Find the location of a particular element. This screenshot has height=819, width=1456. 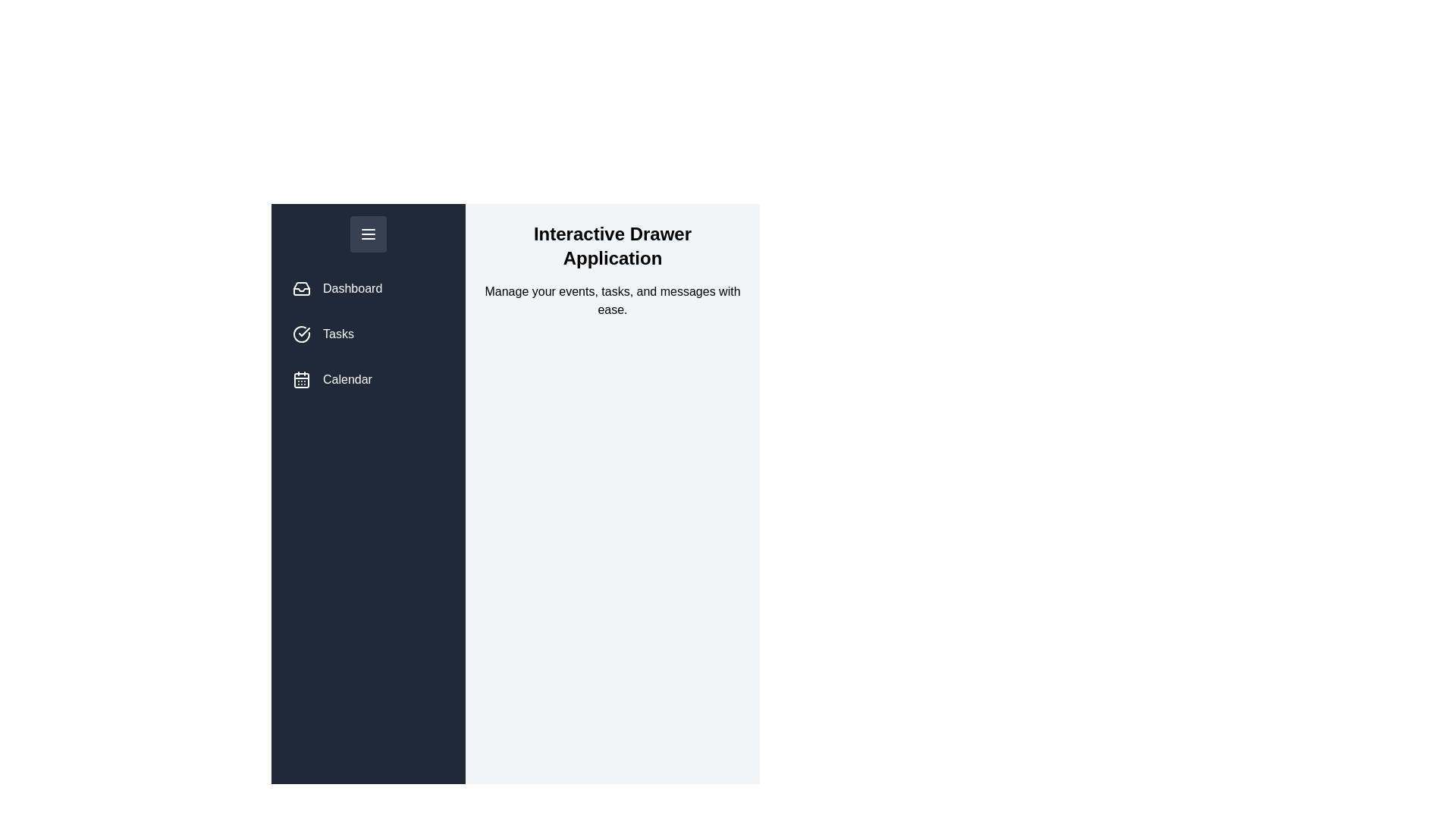

the 'Dashboard' text label located in the left vertical navigation bar, which is the first option above 'Tasks' and 'Calendar' is located at coordinates (352, 289).